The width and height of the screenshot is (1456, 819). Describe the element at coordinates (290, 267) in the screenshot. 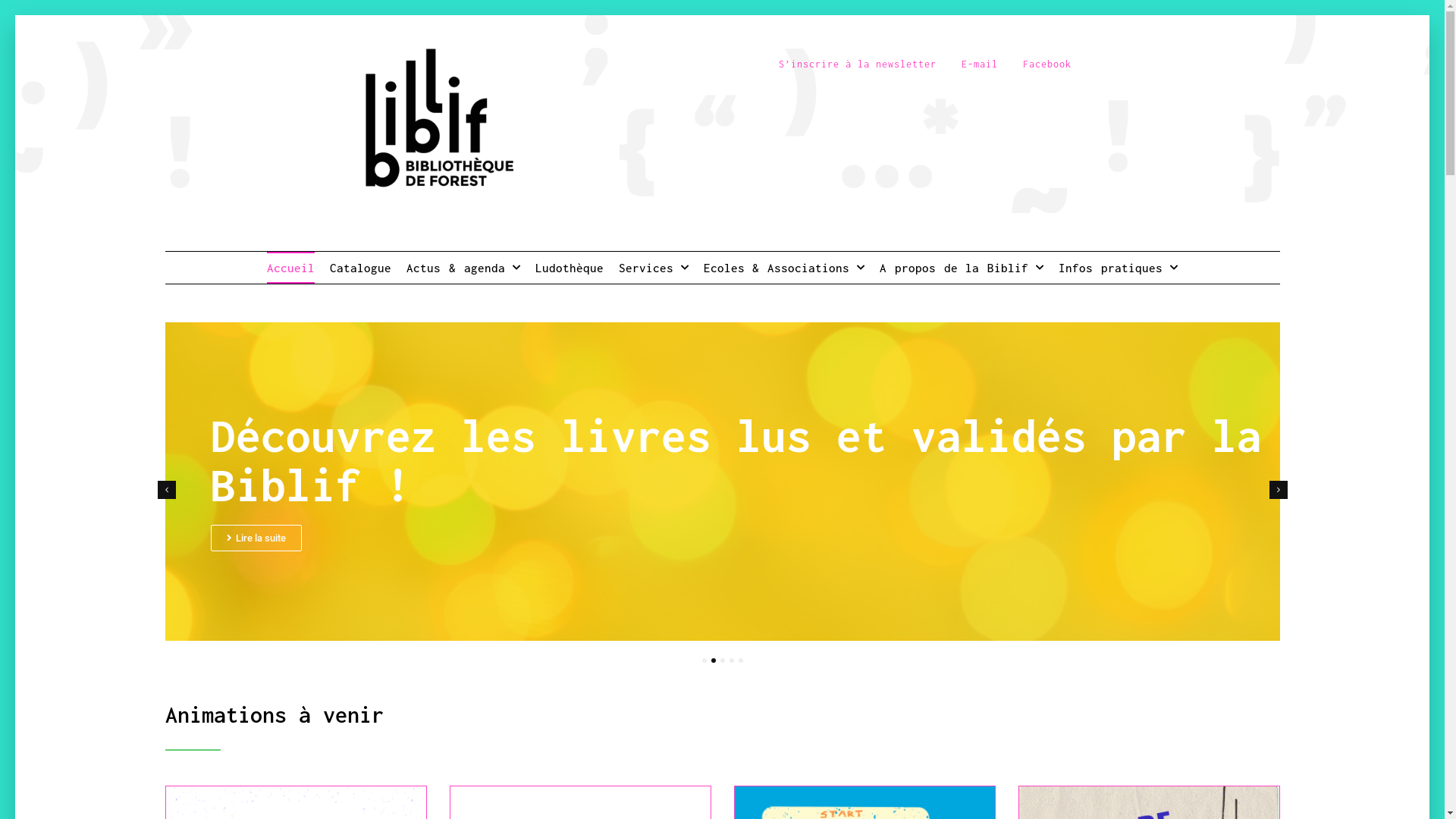

I see `'Accueil'` at that location.